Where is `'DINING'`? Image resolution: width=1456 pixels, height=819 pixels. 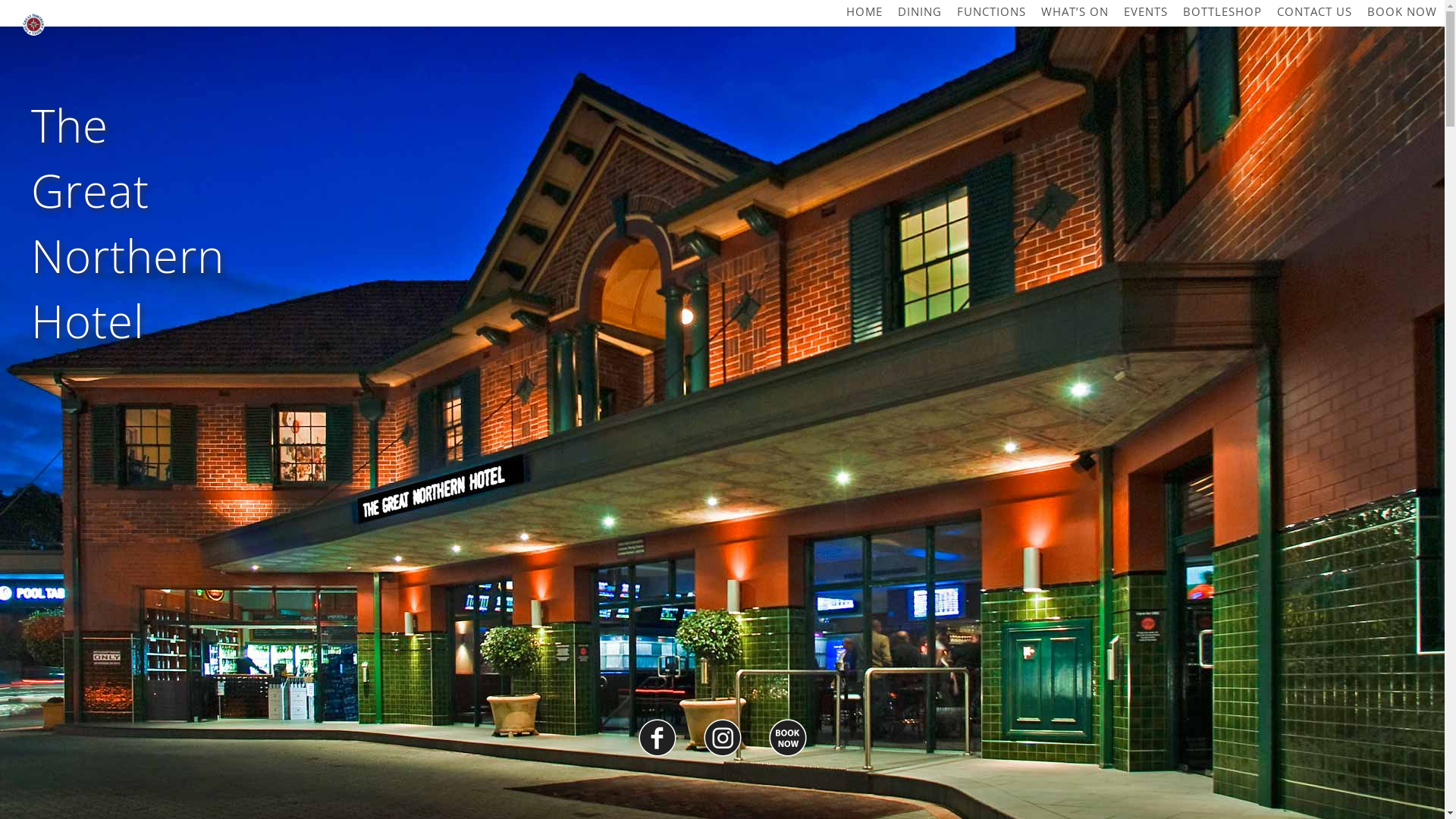
'DINING' is located at coordinates (919, 11).